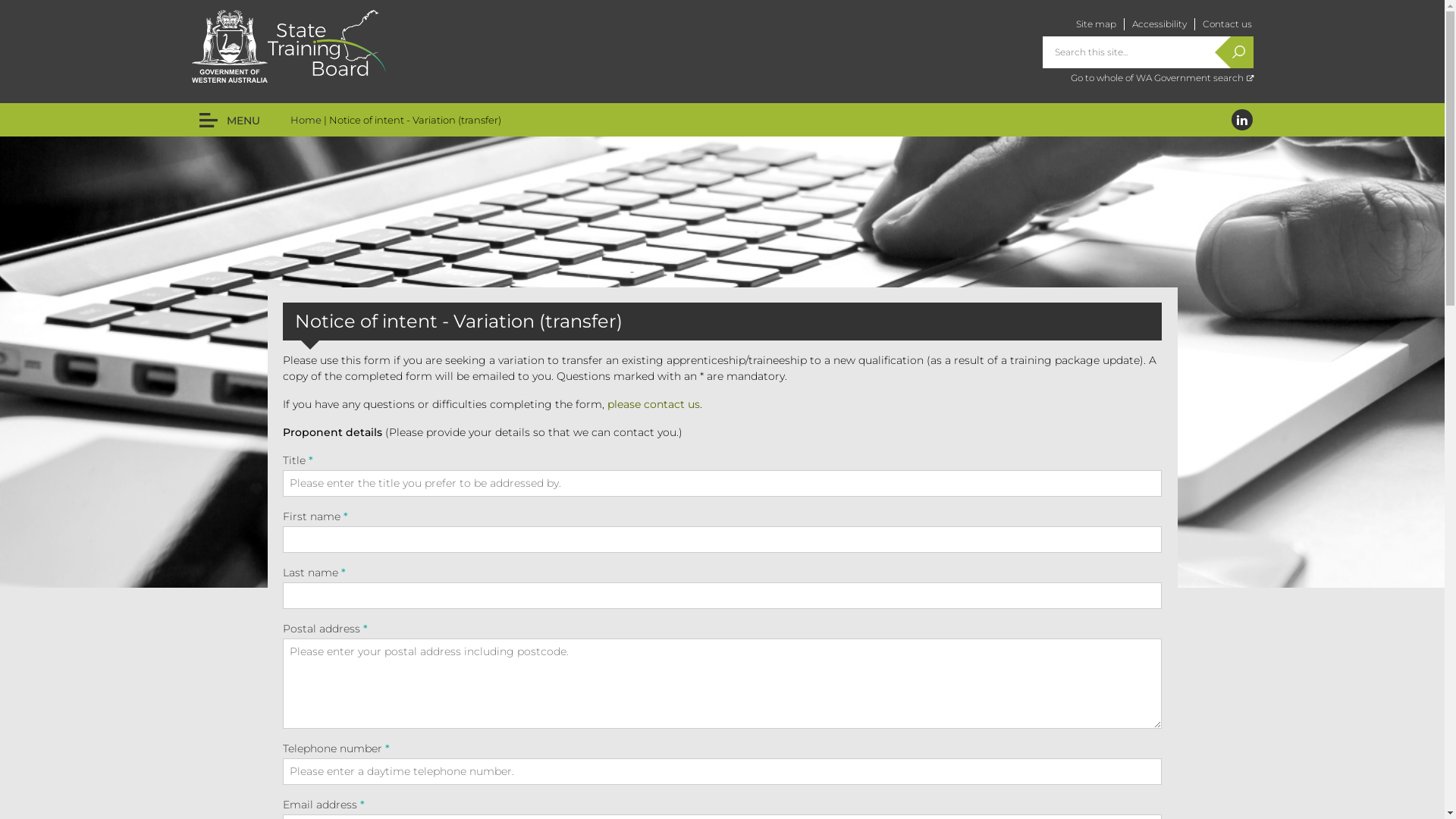  I want to click on 'Site map', so click(1095, 24).